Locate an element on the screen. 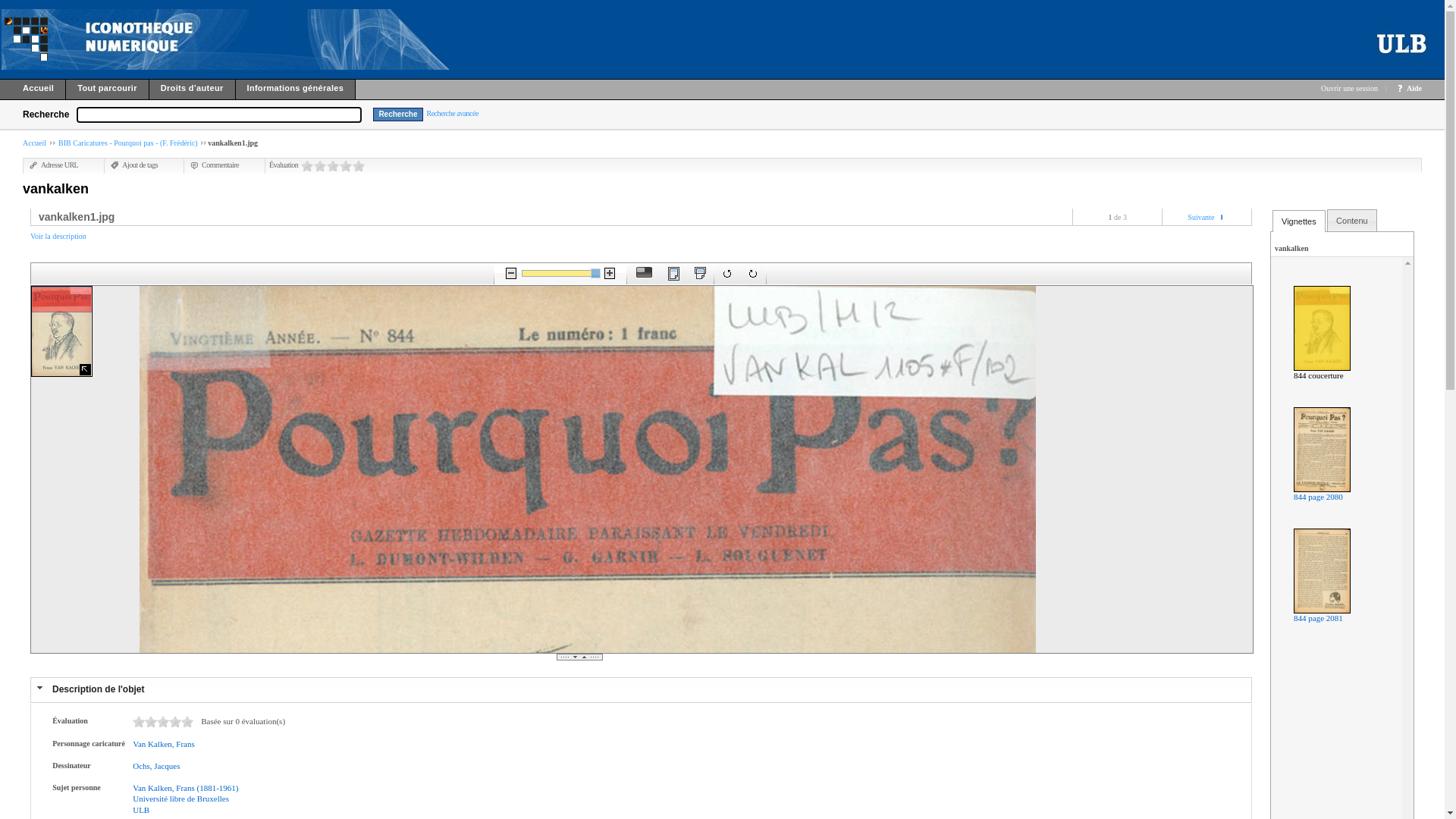  'Vignettes' is located at coordinates (1298, 221).